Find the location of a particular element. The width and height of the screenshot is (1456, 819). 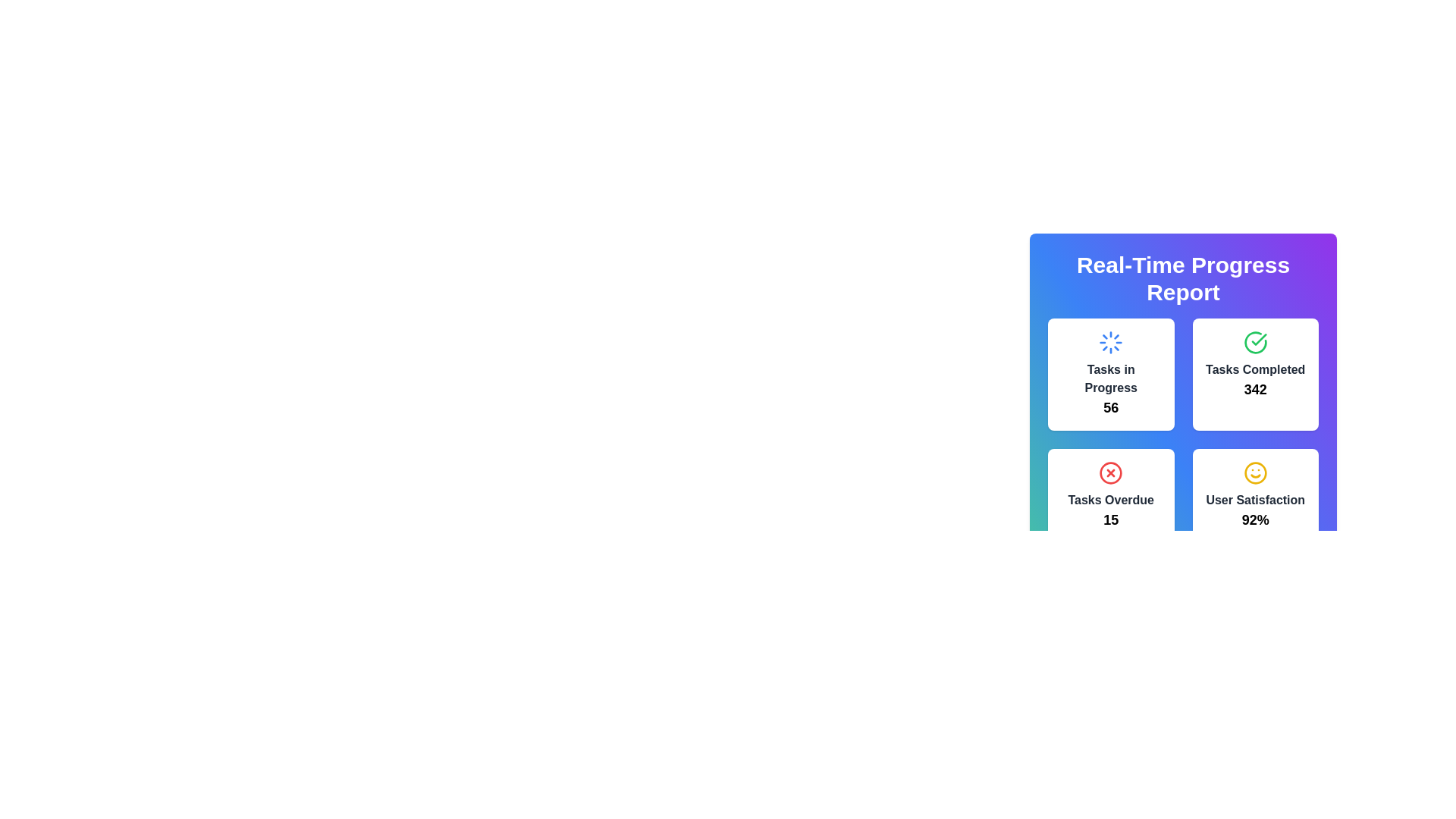

text of the label indicating the category of overdue tasks, which is positioned above the numeric value '15' in the lower-left quadrant of the 'Real-Time Progress Report' section is located at coordinates (1111, 500).